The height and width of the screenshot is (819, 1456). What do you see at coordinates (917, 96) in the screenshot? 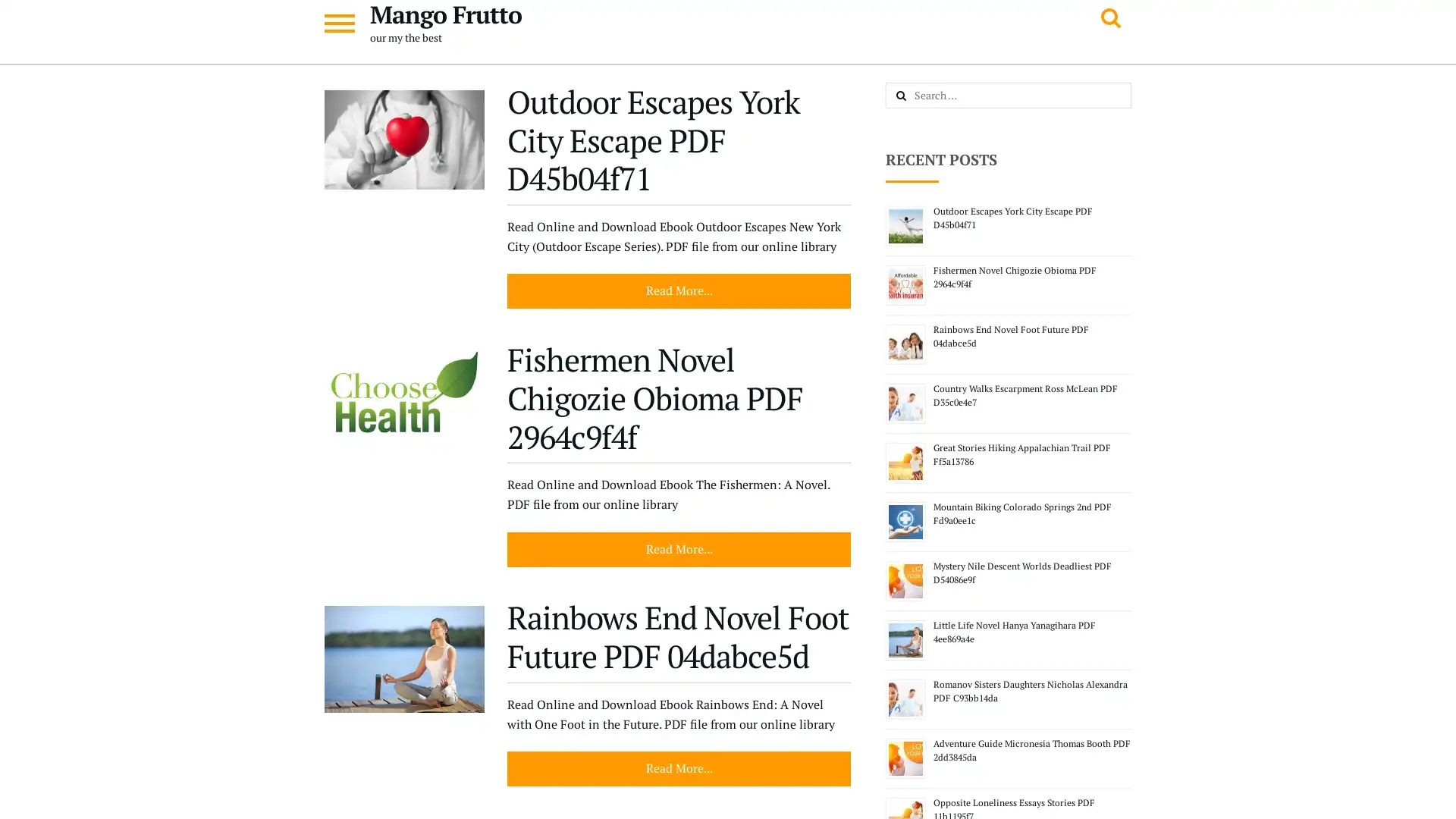
I see `Search` at bounding box center [917, 96].